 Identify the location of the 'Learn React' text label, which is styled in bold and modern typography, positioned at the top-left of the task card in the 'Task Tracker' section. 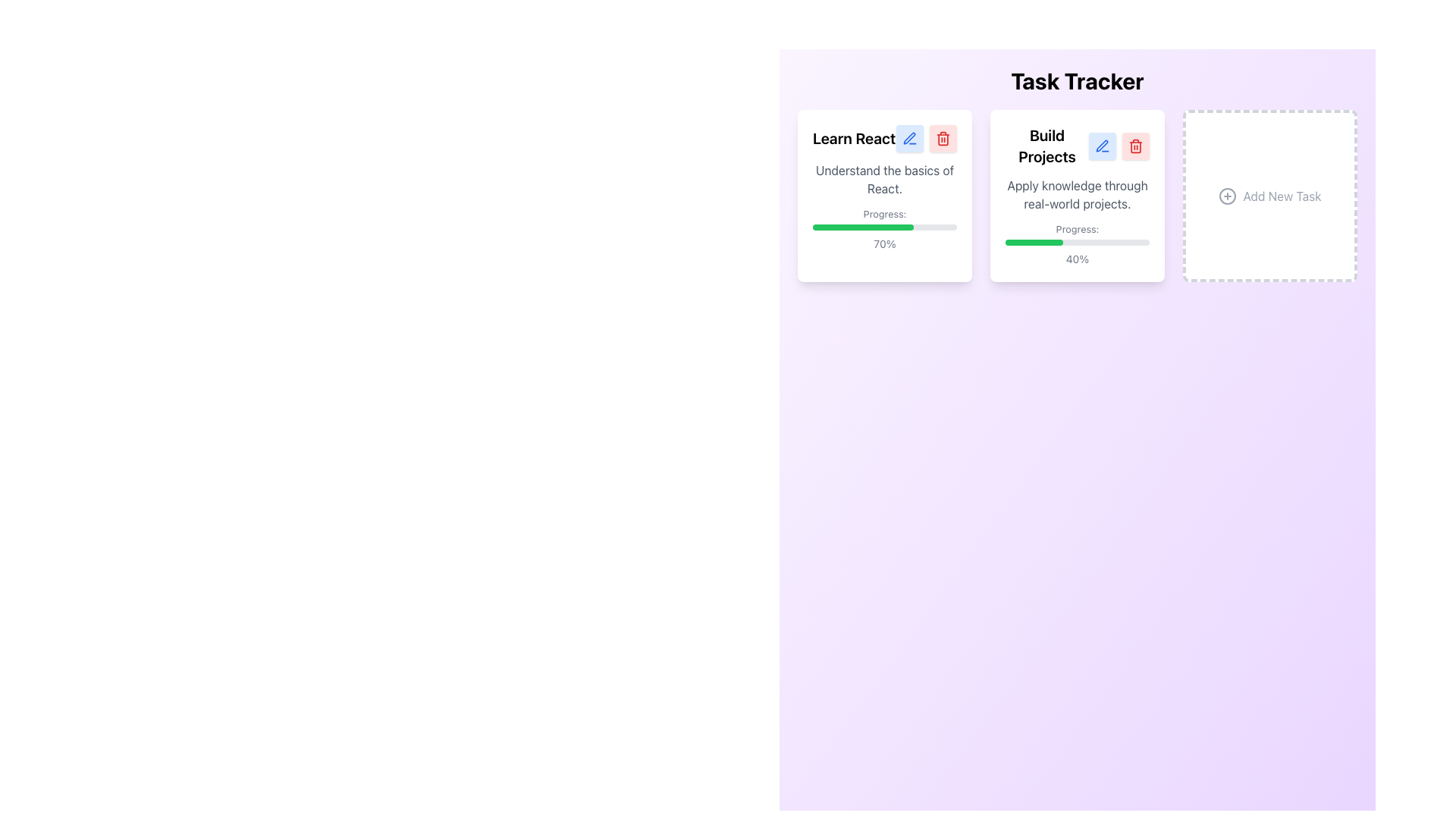
(854, 138).